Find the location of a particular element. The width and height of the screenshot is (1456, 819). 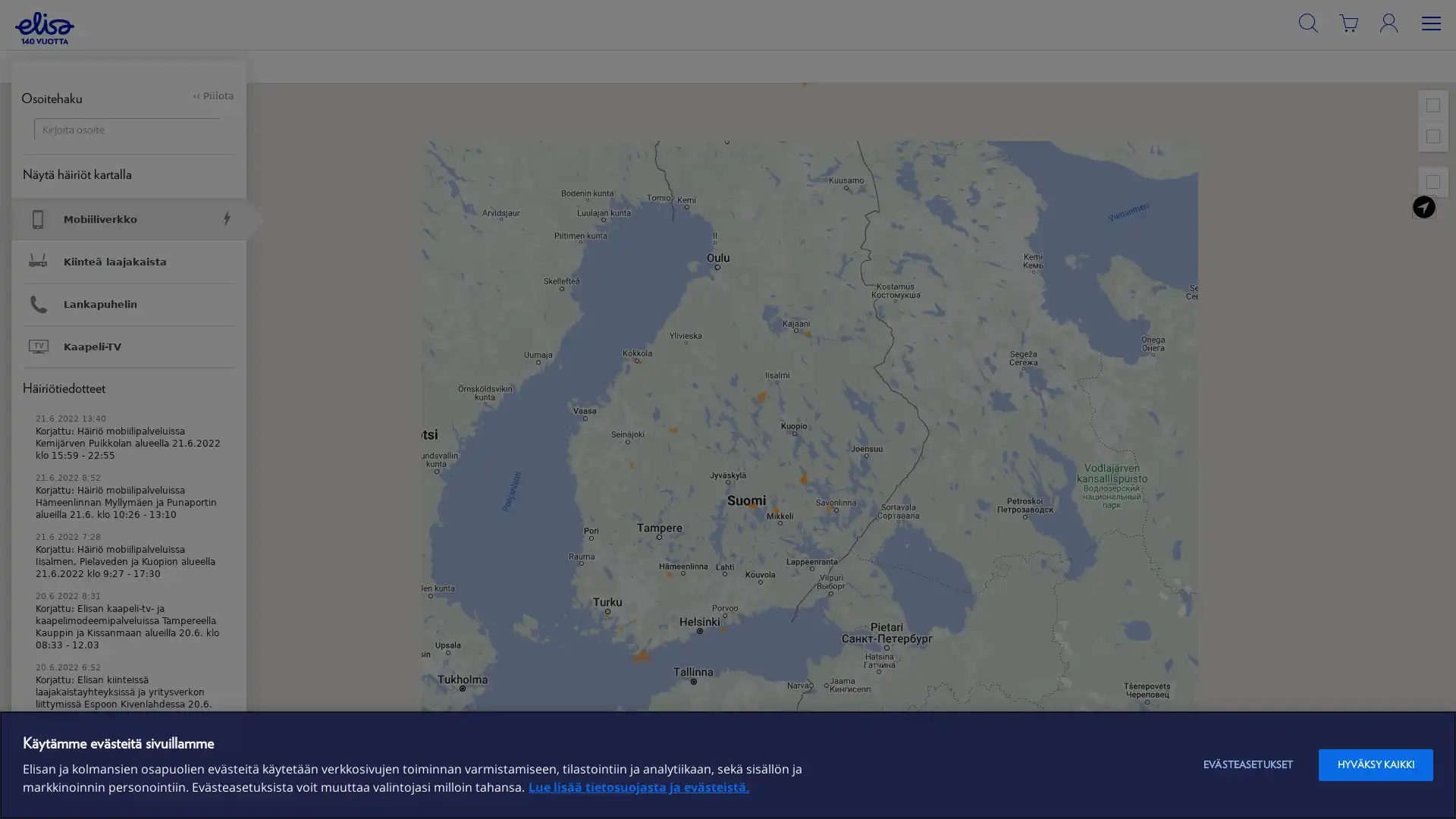

Koko nayton nakyma paalle/pois is located at coordinates (1432, 180).